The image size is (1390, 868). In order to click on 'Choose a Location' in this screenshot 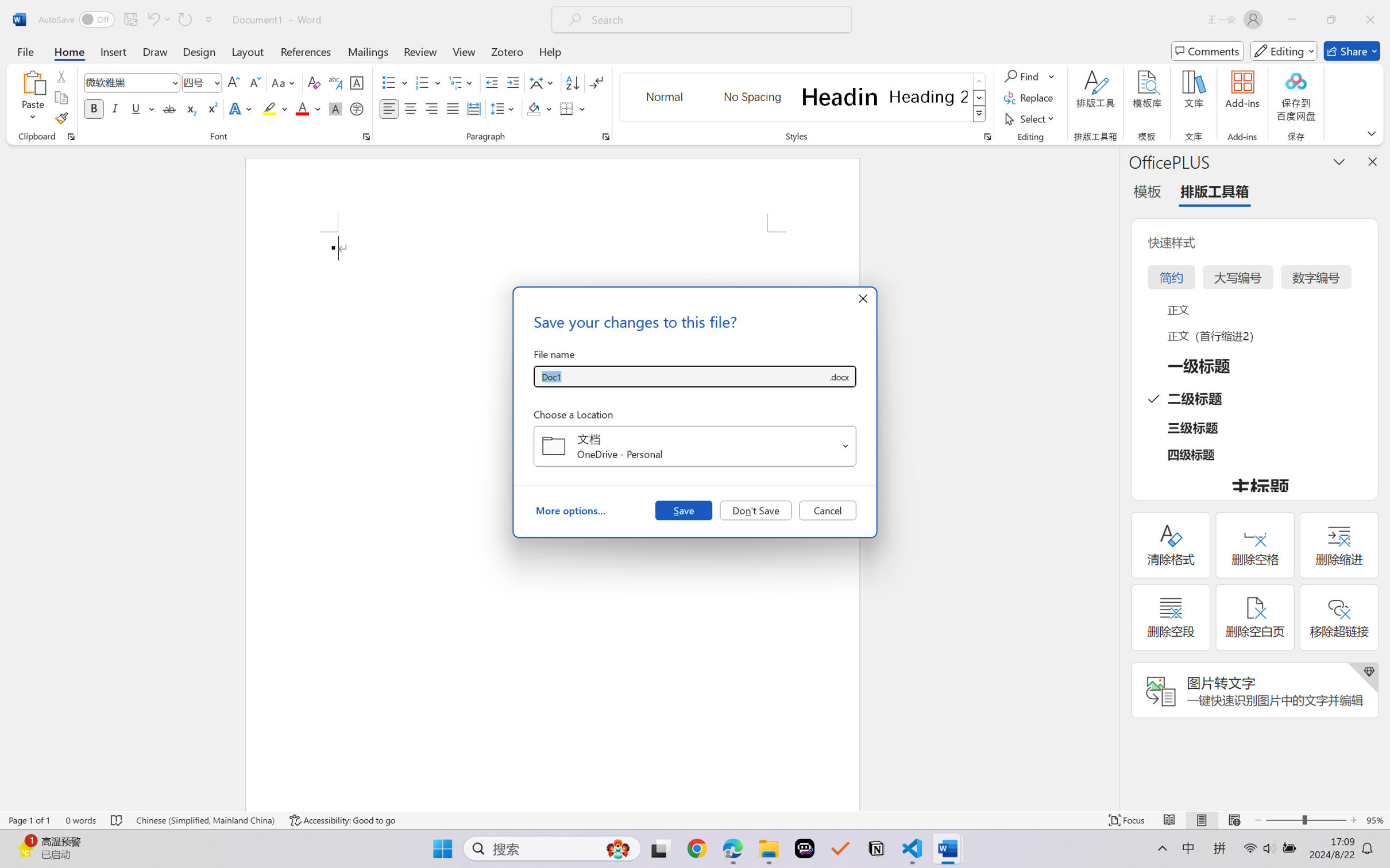, I will do `click(695, 446)`.